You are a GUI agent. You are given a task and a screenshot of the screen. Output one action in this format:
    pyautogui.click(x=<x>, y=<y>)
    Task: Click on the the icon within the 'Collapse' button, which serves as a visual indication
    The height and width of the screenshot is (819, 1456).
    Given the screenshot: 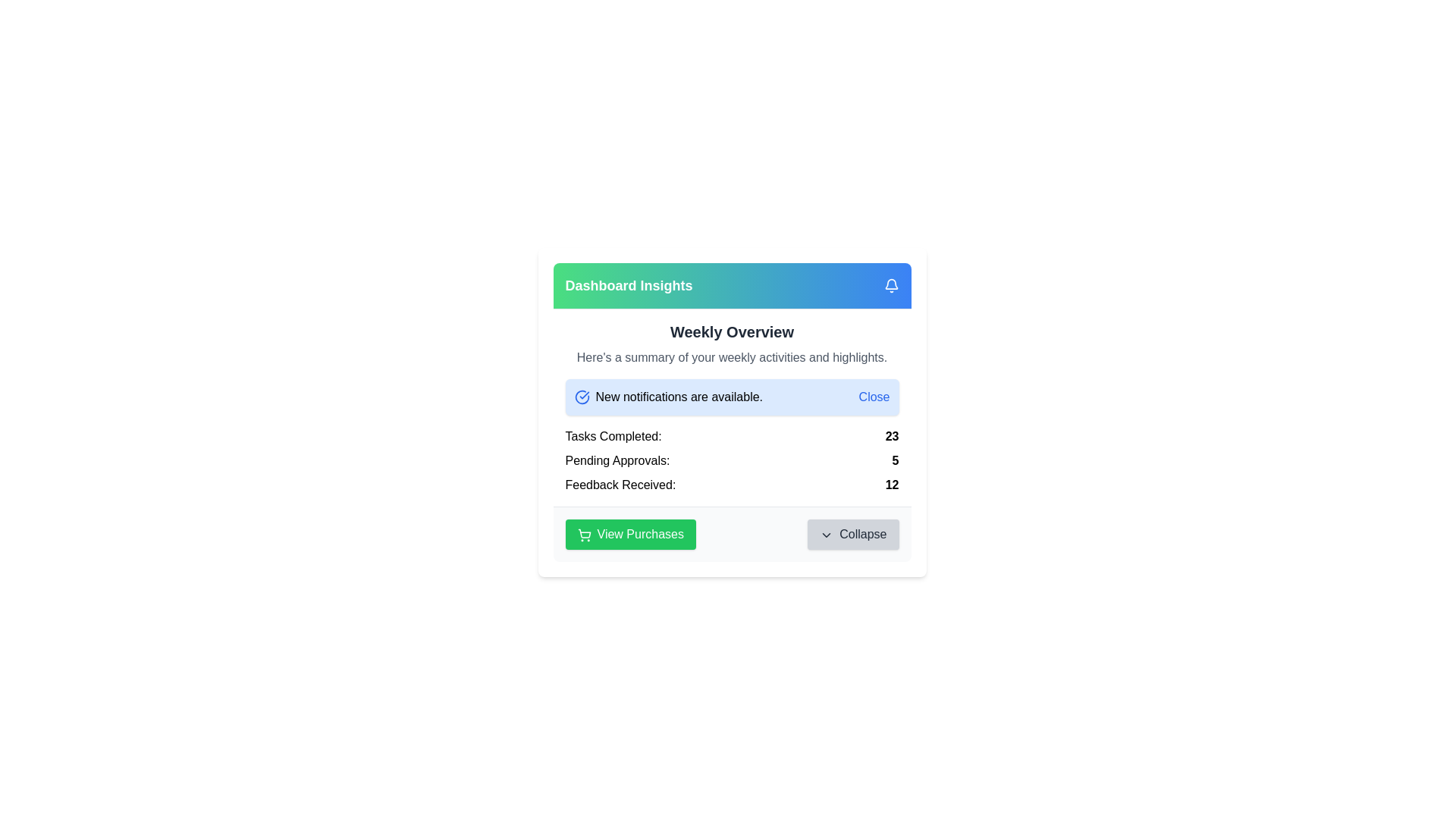 What is the action you would take?
    pyautogui.click(x=826, y=534)
    